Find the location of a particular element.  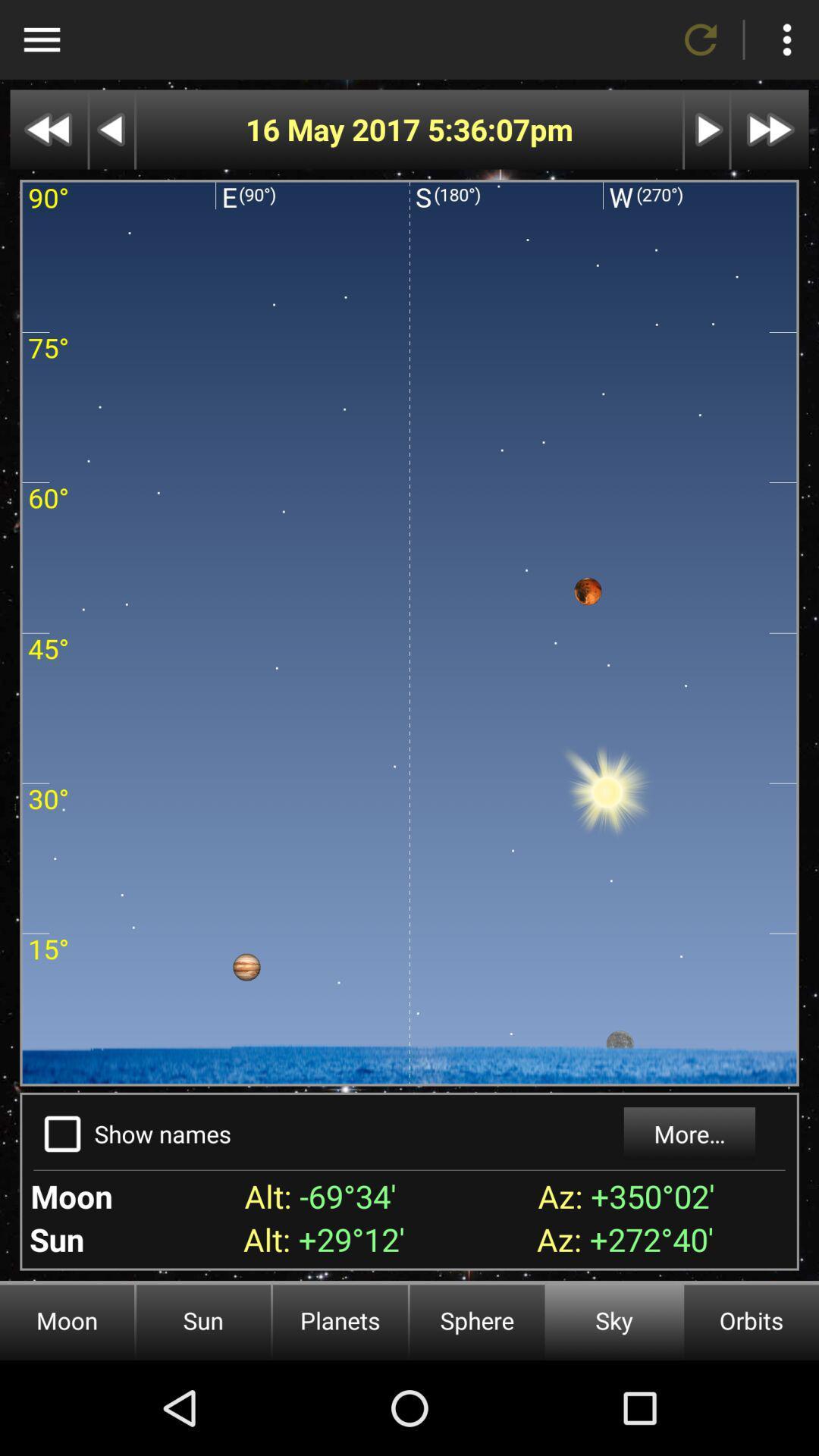

next is located at coordinates (770, 130).